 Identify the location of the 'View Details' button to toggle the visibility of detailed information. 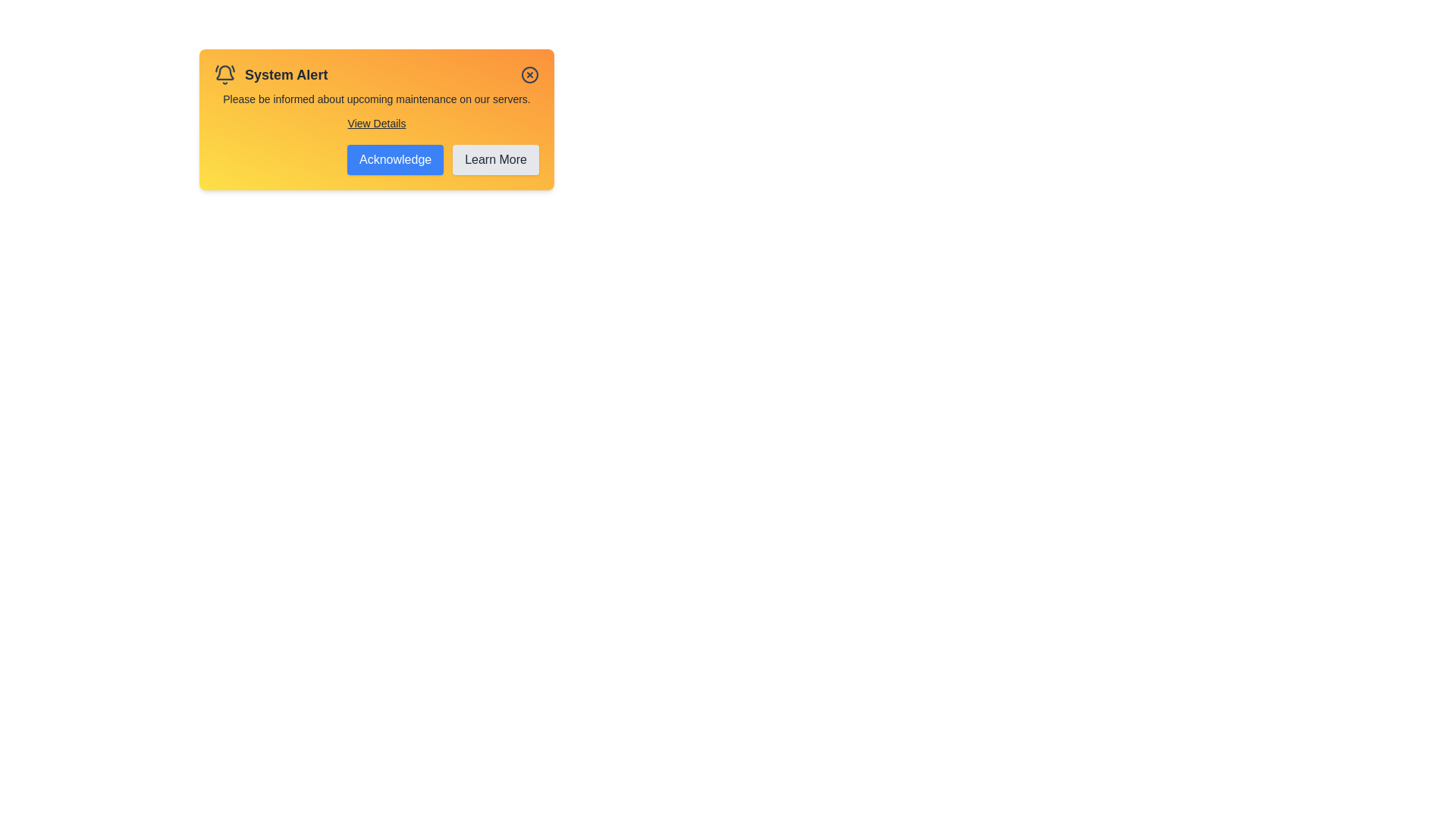
(377, 122).